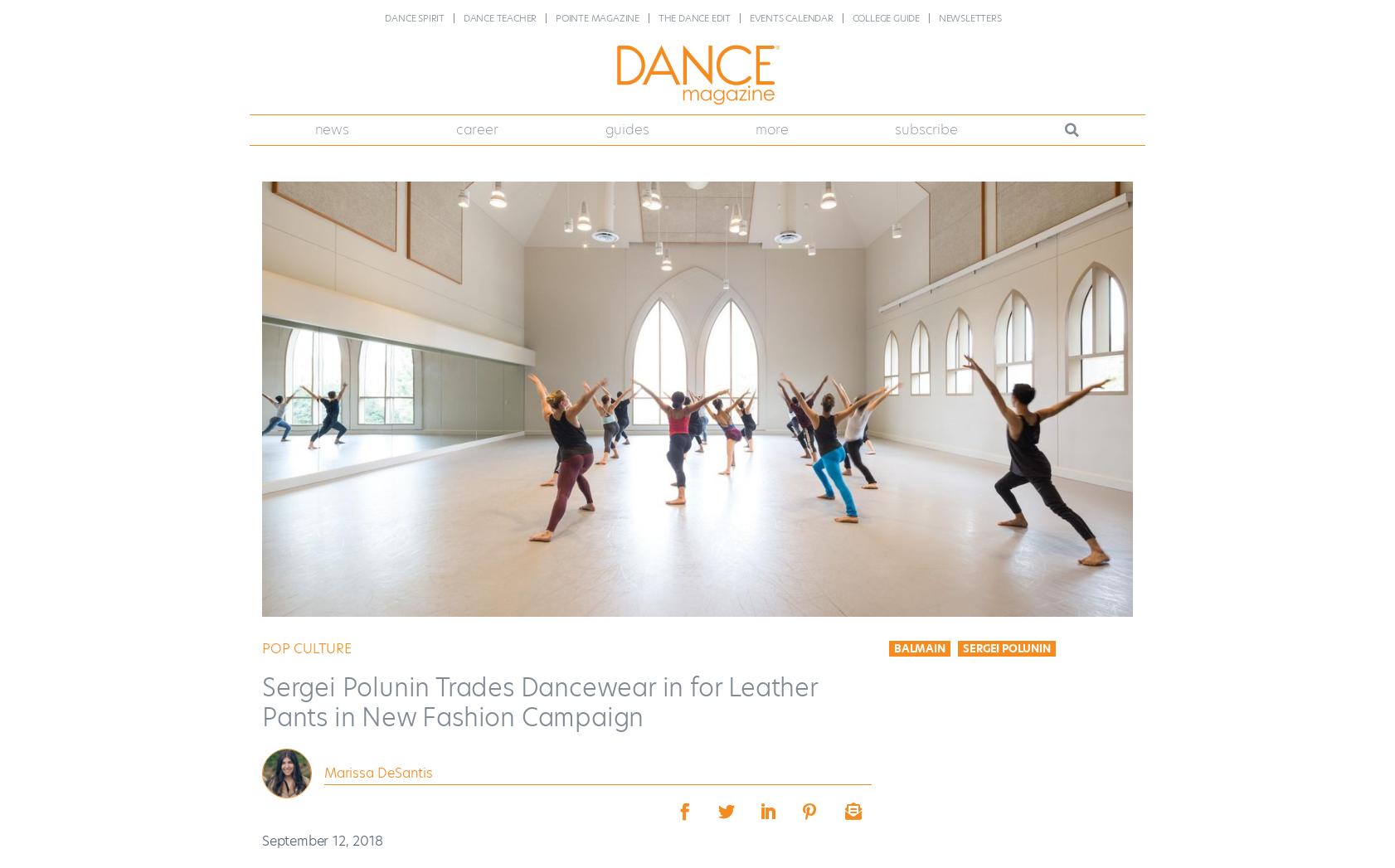 The width and height of the screenshot is (1395, 868). Describe the element at coordinates (487, 167) in the screenshot. I see `'Career Advice'` at that location.